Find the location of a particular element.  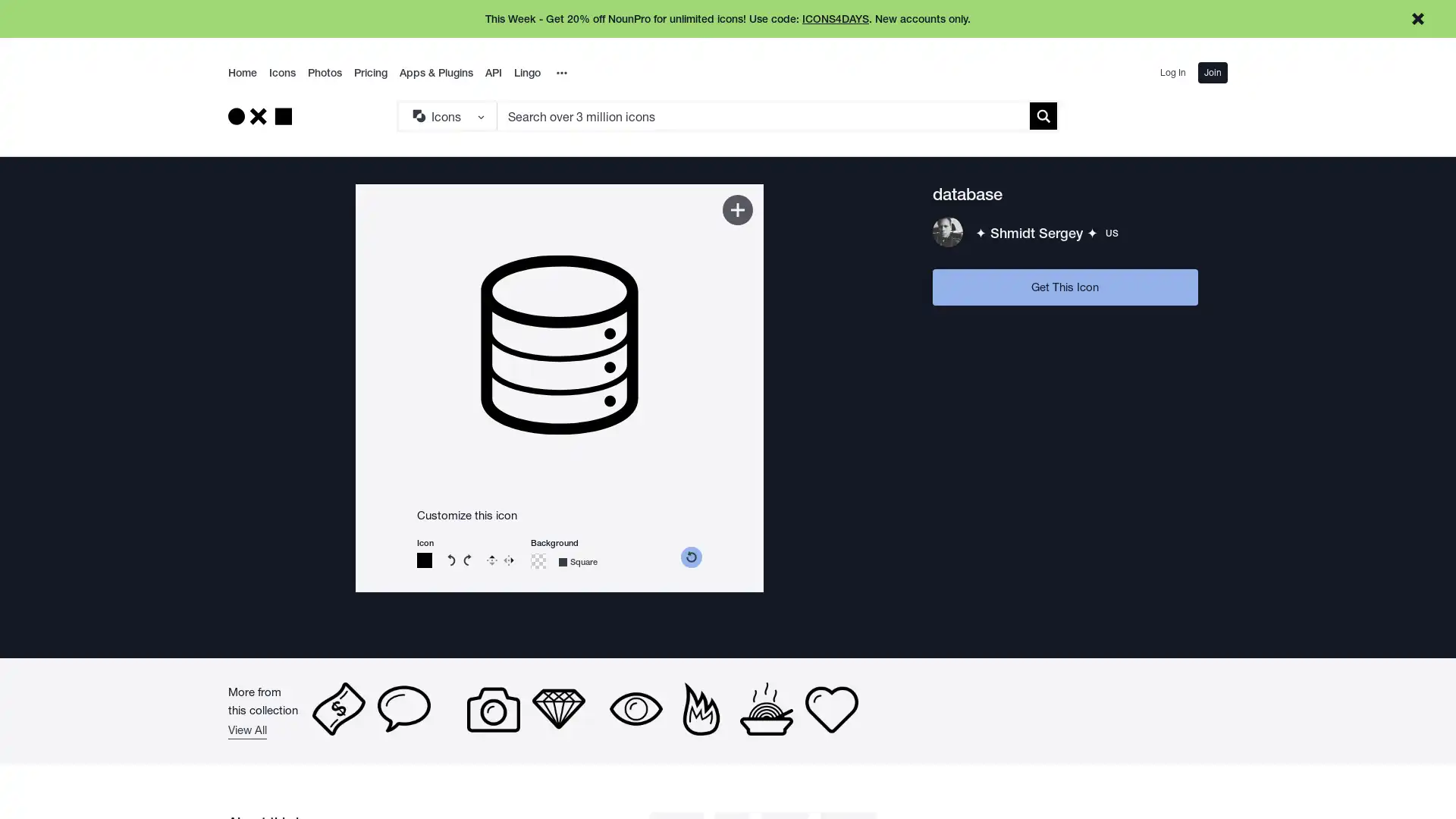

reset color picker is located at coordinates (690, 557).